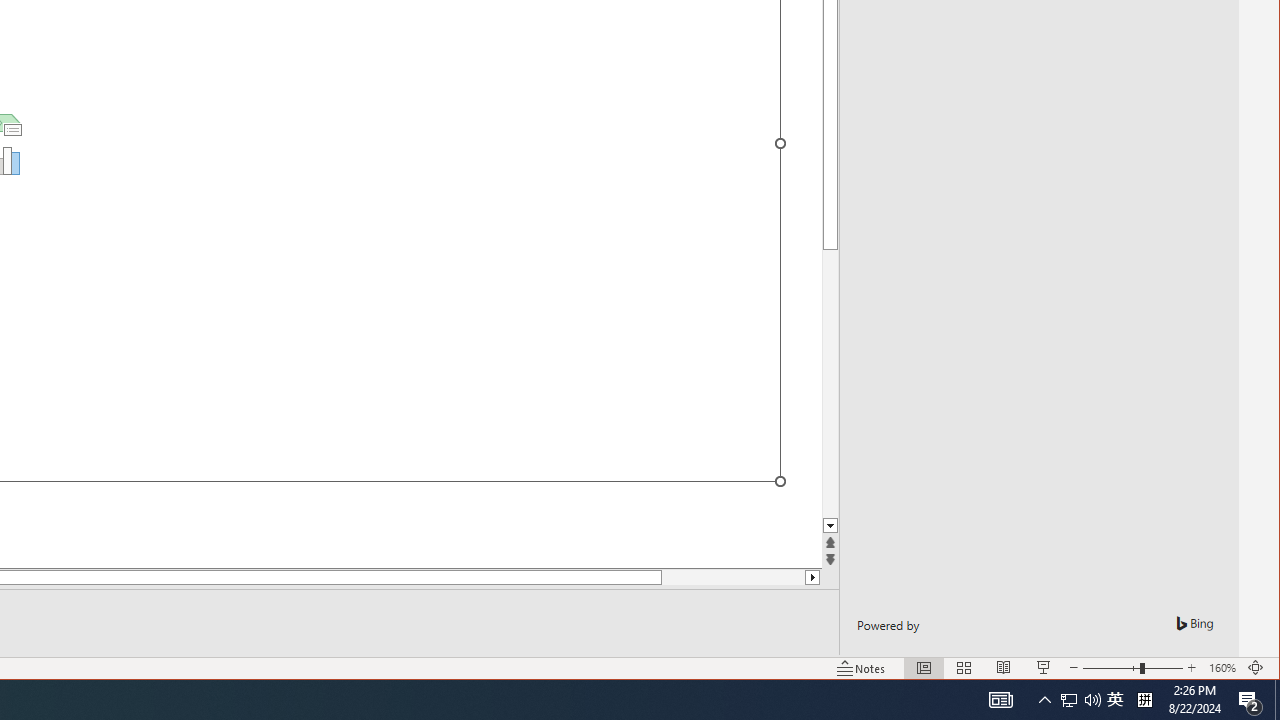 This screenshot has height=720, width=1280. Describe the element at coordinates (1221, 668) in the screenshot. I see `'Zoom 160%'` at that location.